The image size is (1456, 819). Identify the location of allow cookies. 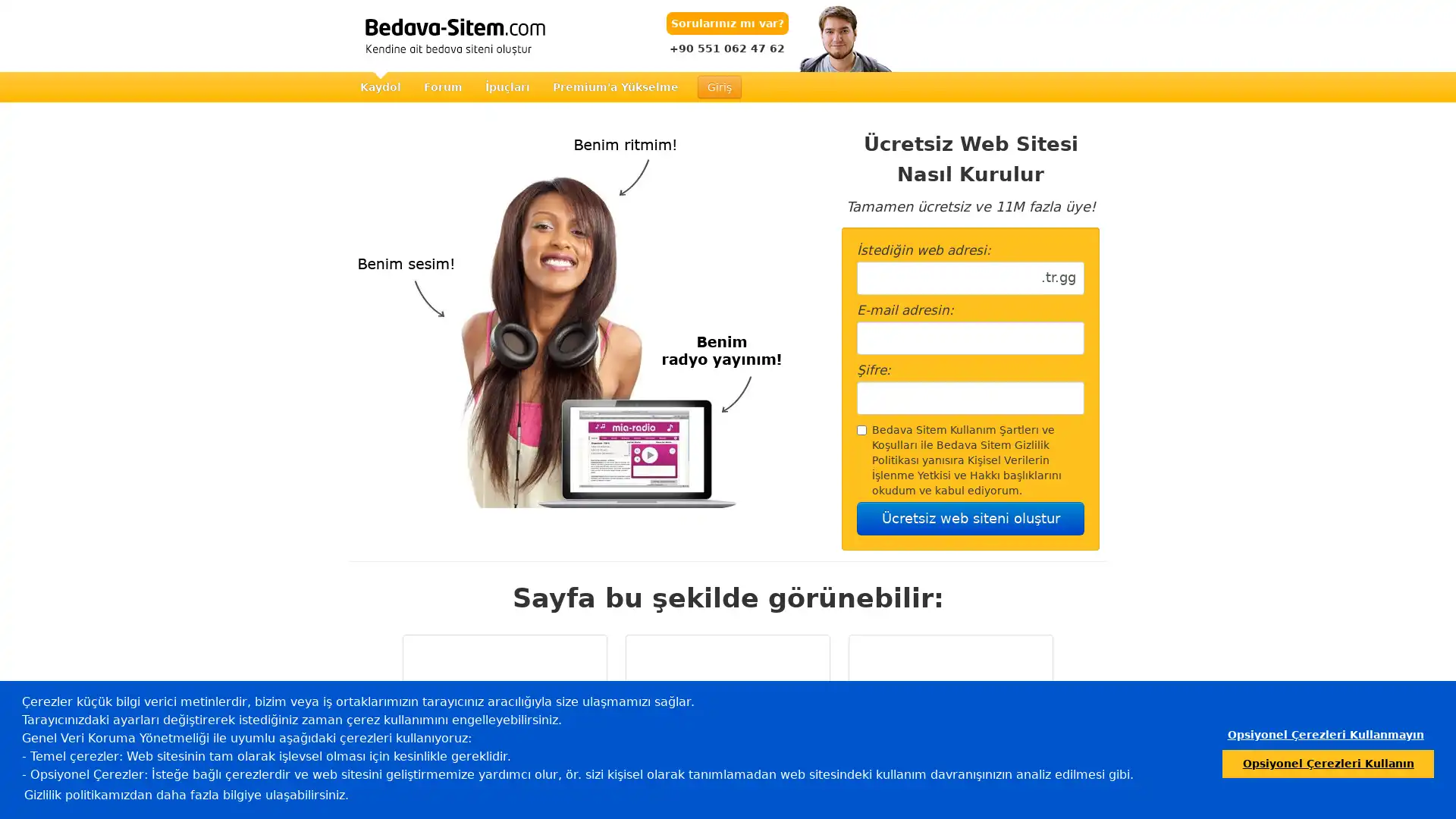
(1327, 763).